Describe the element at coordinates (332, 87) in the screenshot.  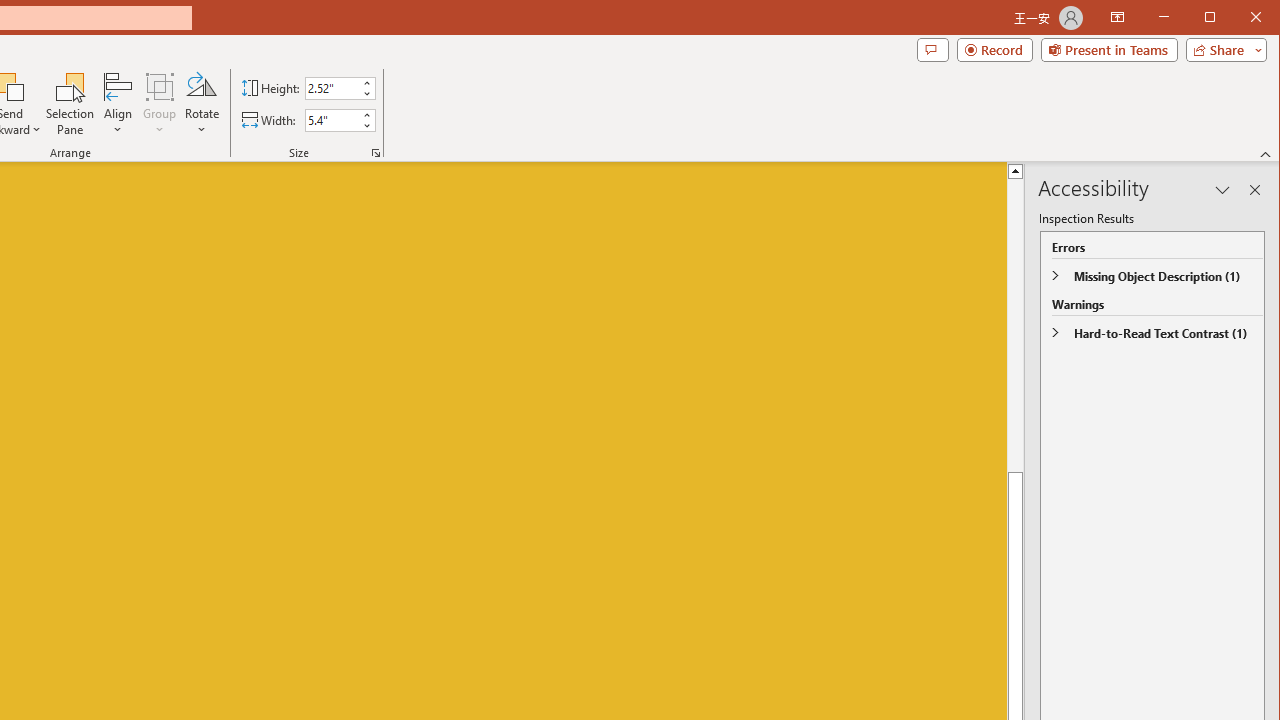
I see `'Shape Height'` at that location.